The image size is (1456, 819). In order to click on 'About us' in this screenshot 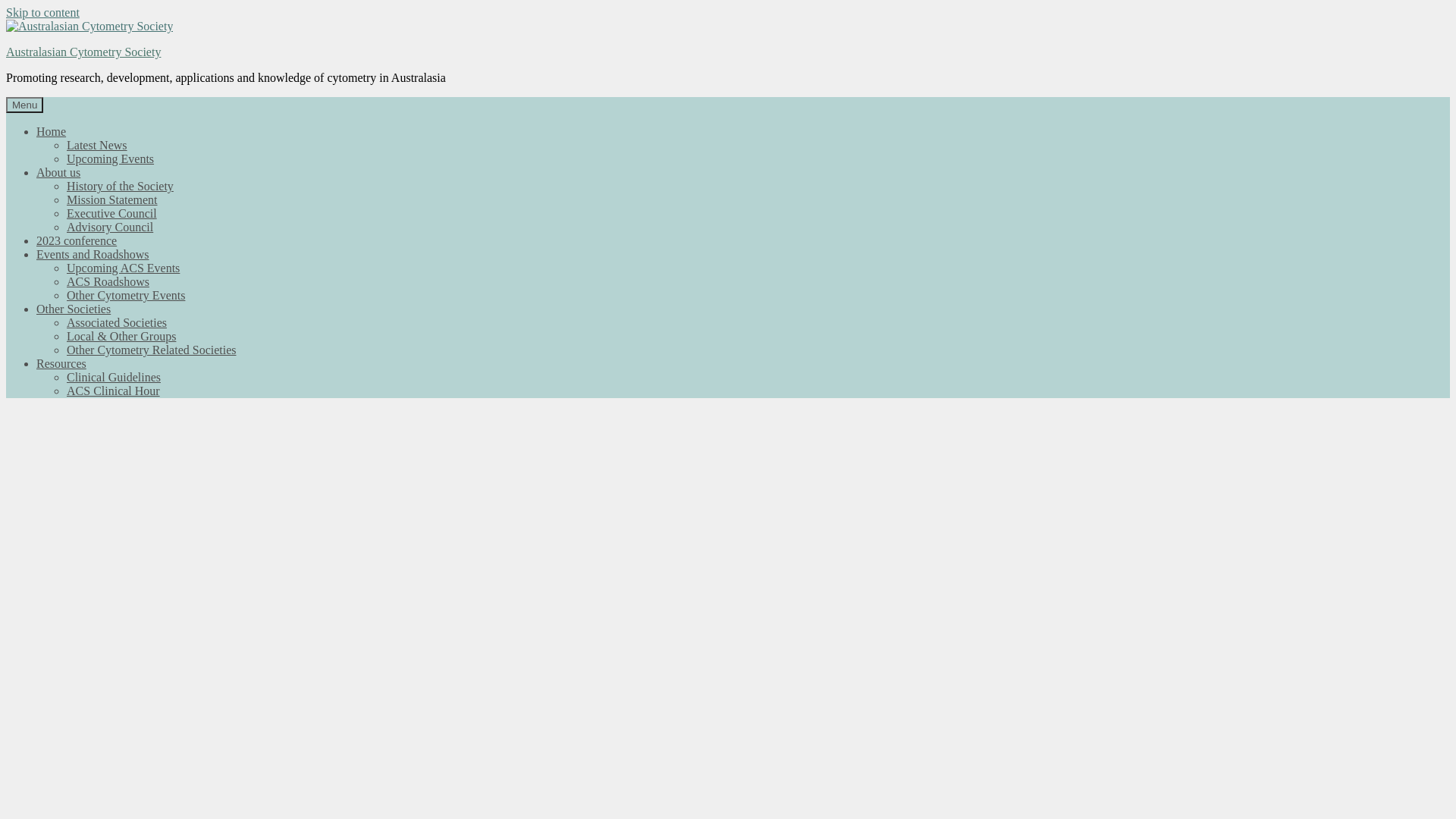, I will do `click(58, 171)`.